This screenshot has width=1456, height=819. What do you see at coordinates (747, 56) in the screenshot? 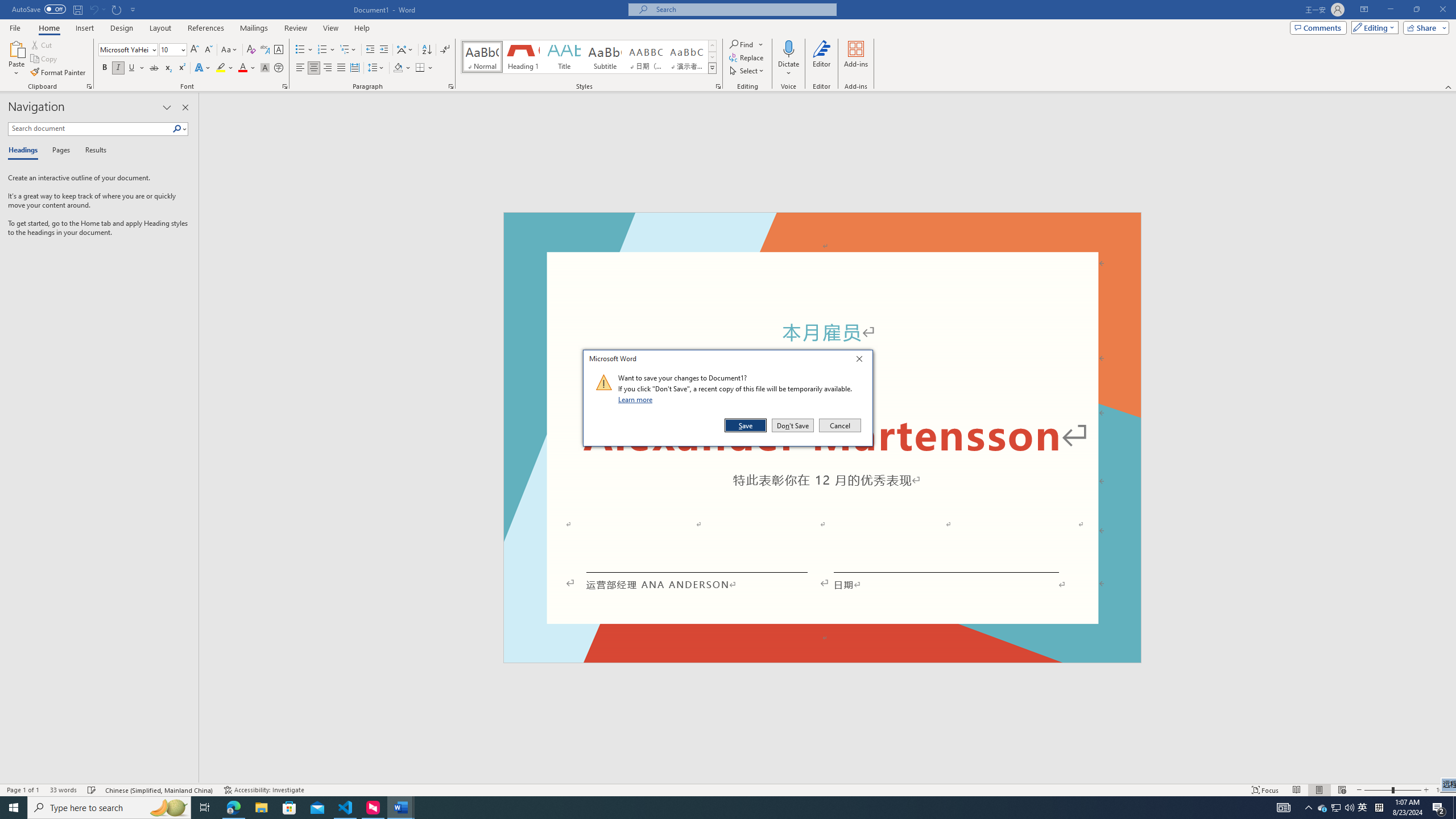
I see `'Replace...'` at bounding box center [747, 56].